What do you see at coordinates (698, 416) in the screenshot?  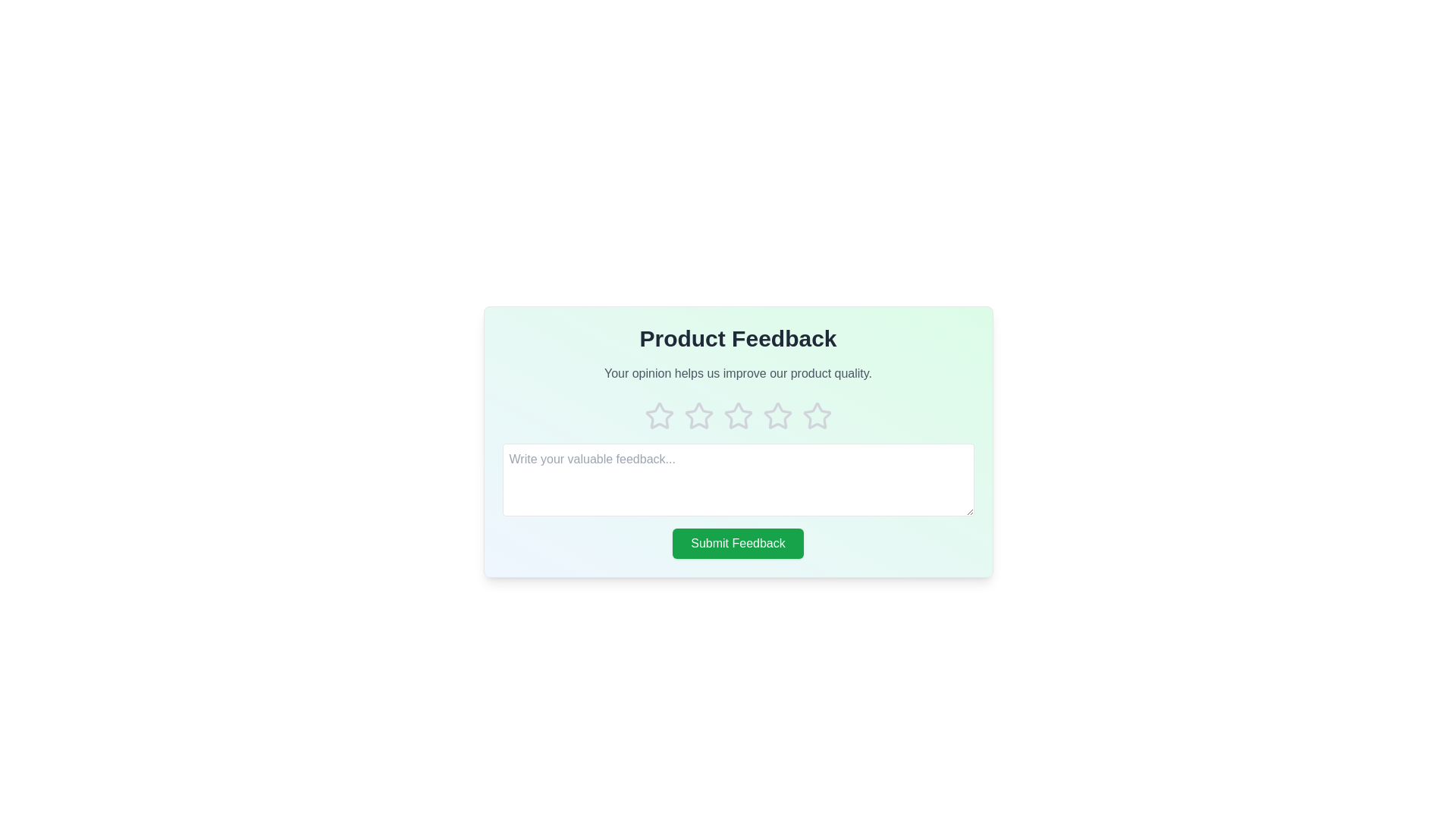 I see `the third star-shaped rating icon outlined with a gray stroke` at bounding box center [698, 416].